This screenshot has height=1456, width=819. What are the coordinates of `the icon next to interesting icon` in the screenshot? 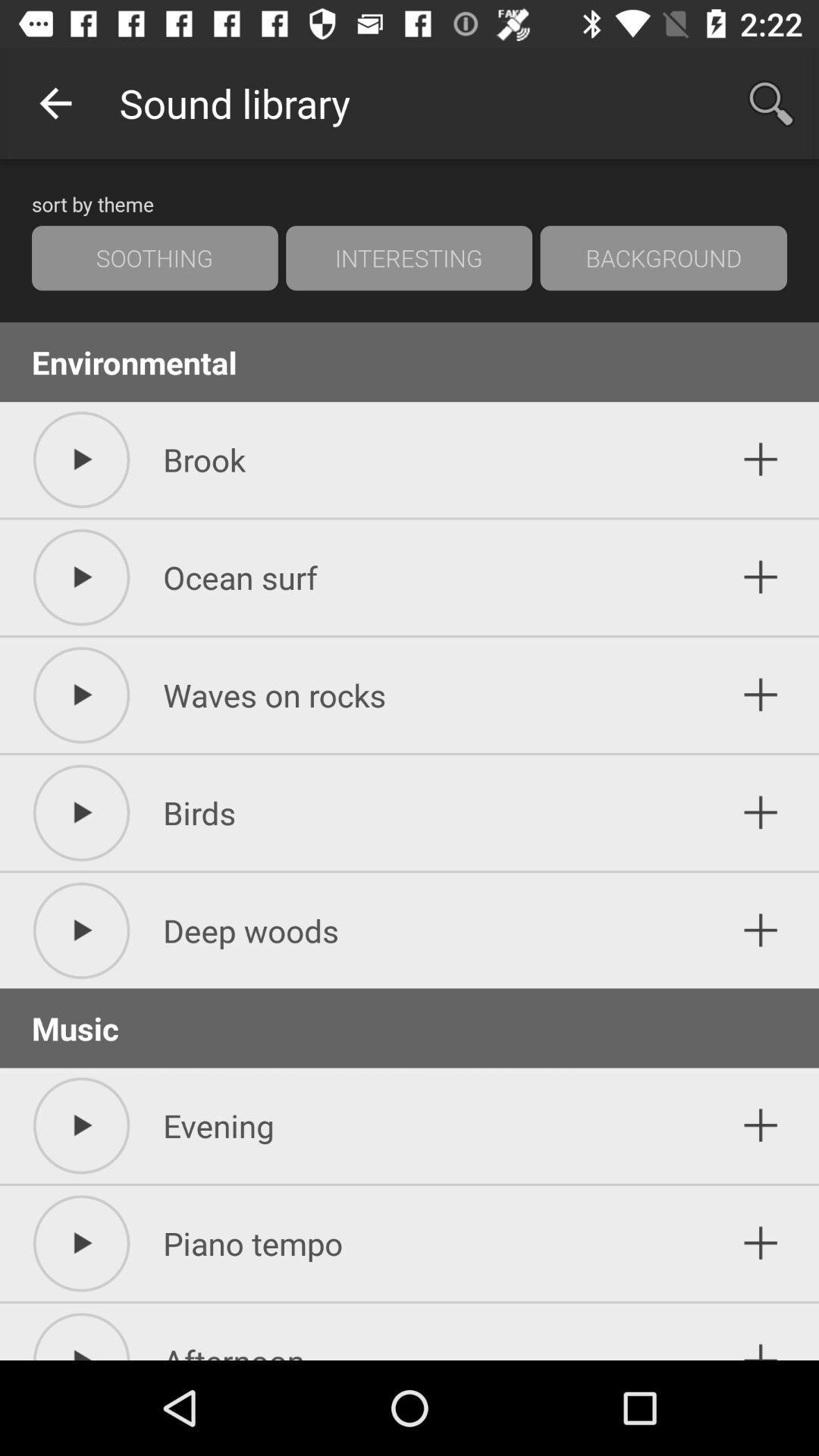 It's located at (155, 258).